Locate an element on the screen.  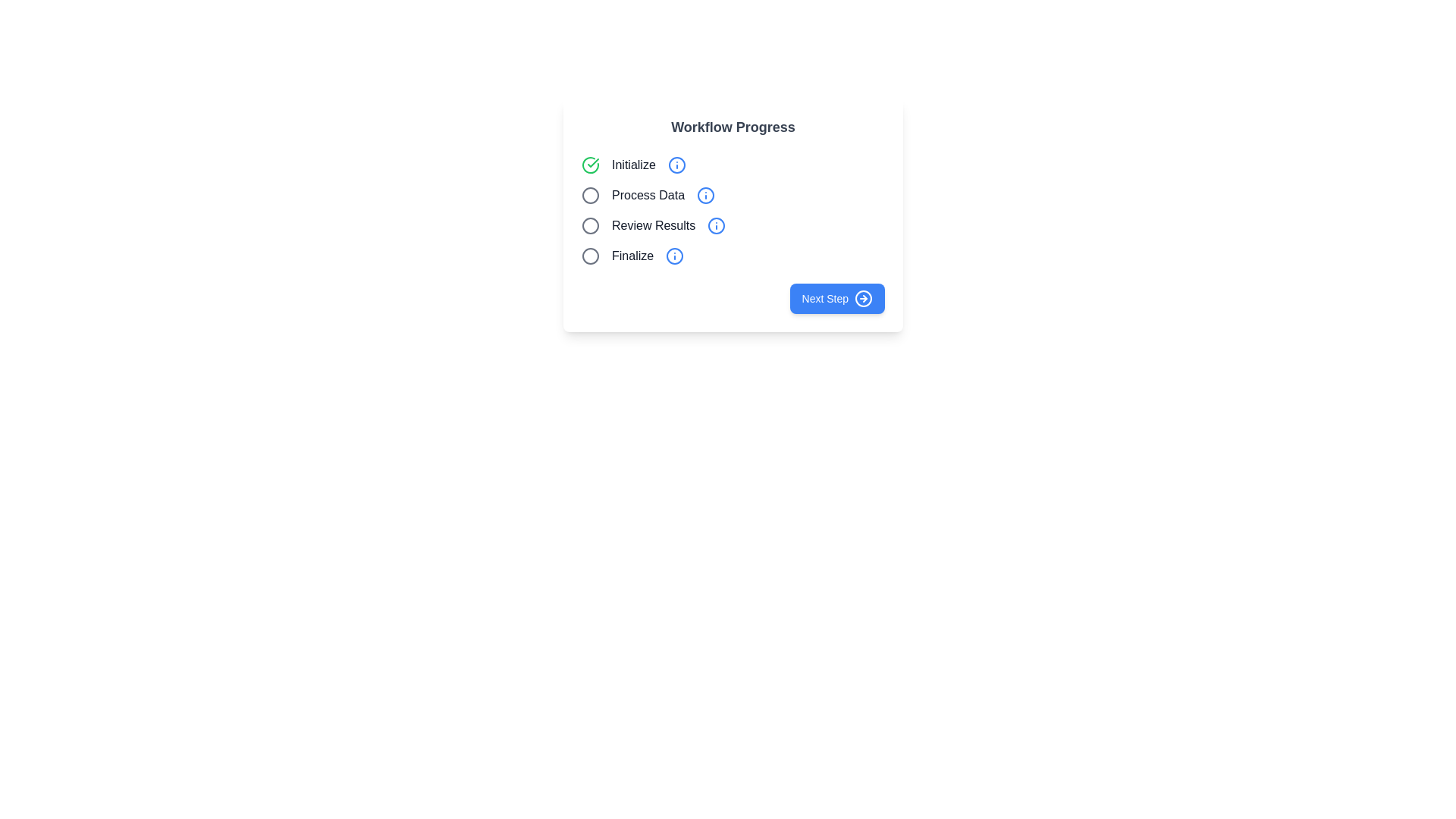
the text label that indicates the current or upcoming task in the workflow progress list is located at coordinates (648, 195).